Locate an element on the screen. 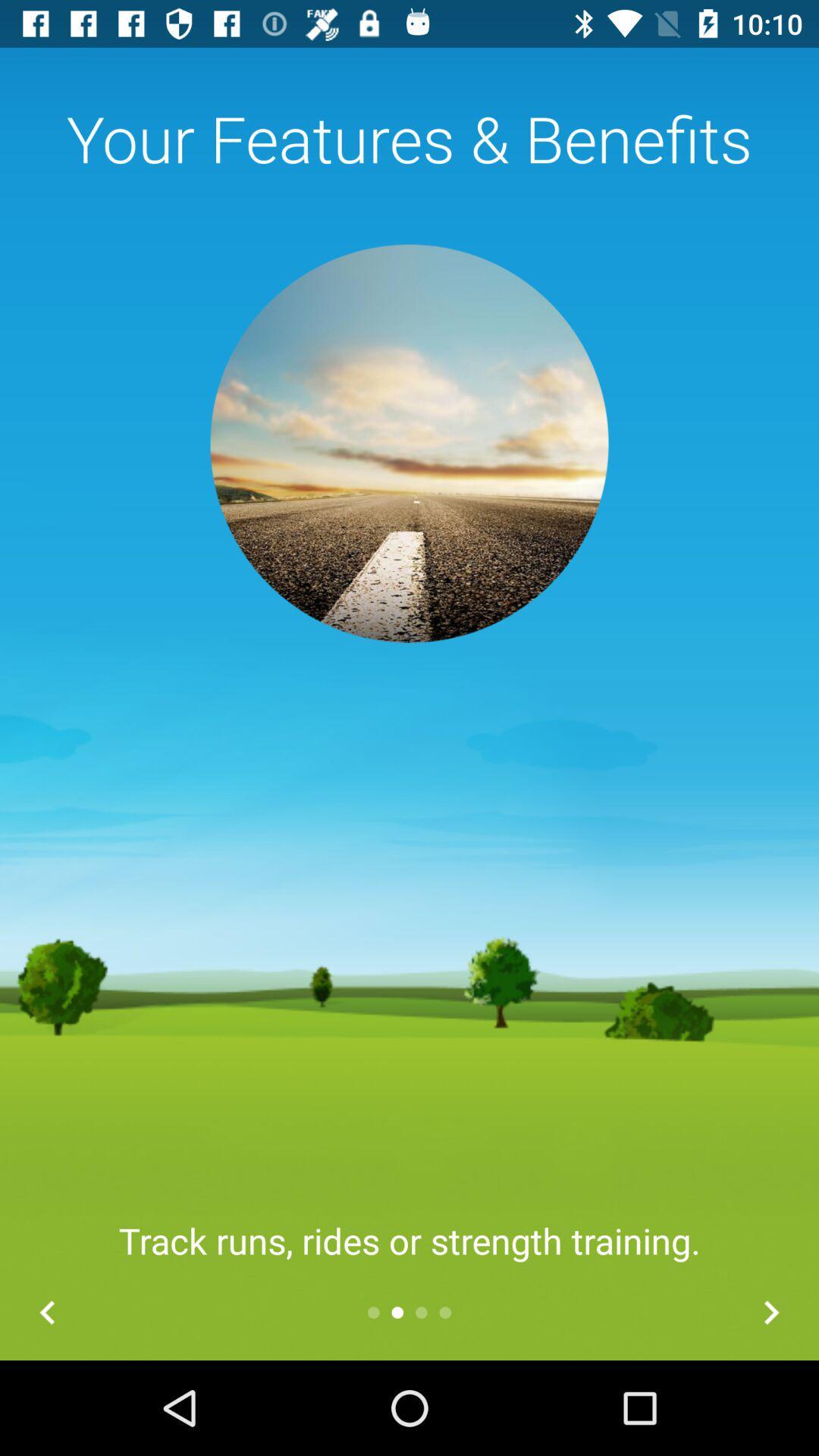 The image size is (819, 1456). the arrow_backward icon is located at coordinates (46, 1312).